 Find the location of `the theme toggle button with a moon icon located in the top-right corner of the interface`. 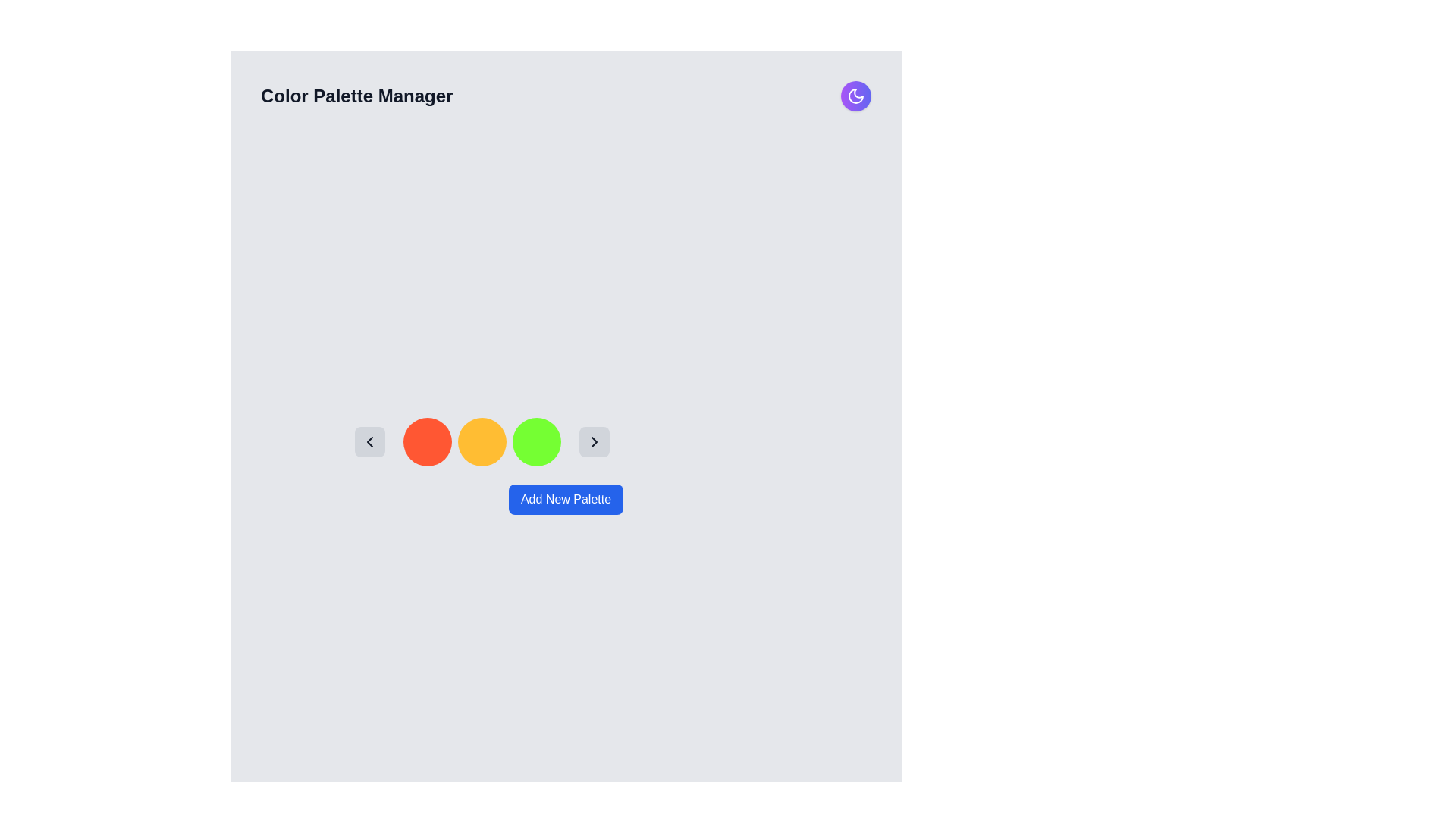

the theme toggle button with a moon icon located in the top-right corner of the interface is located at coordinates (855, 96).